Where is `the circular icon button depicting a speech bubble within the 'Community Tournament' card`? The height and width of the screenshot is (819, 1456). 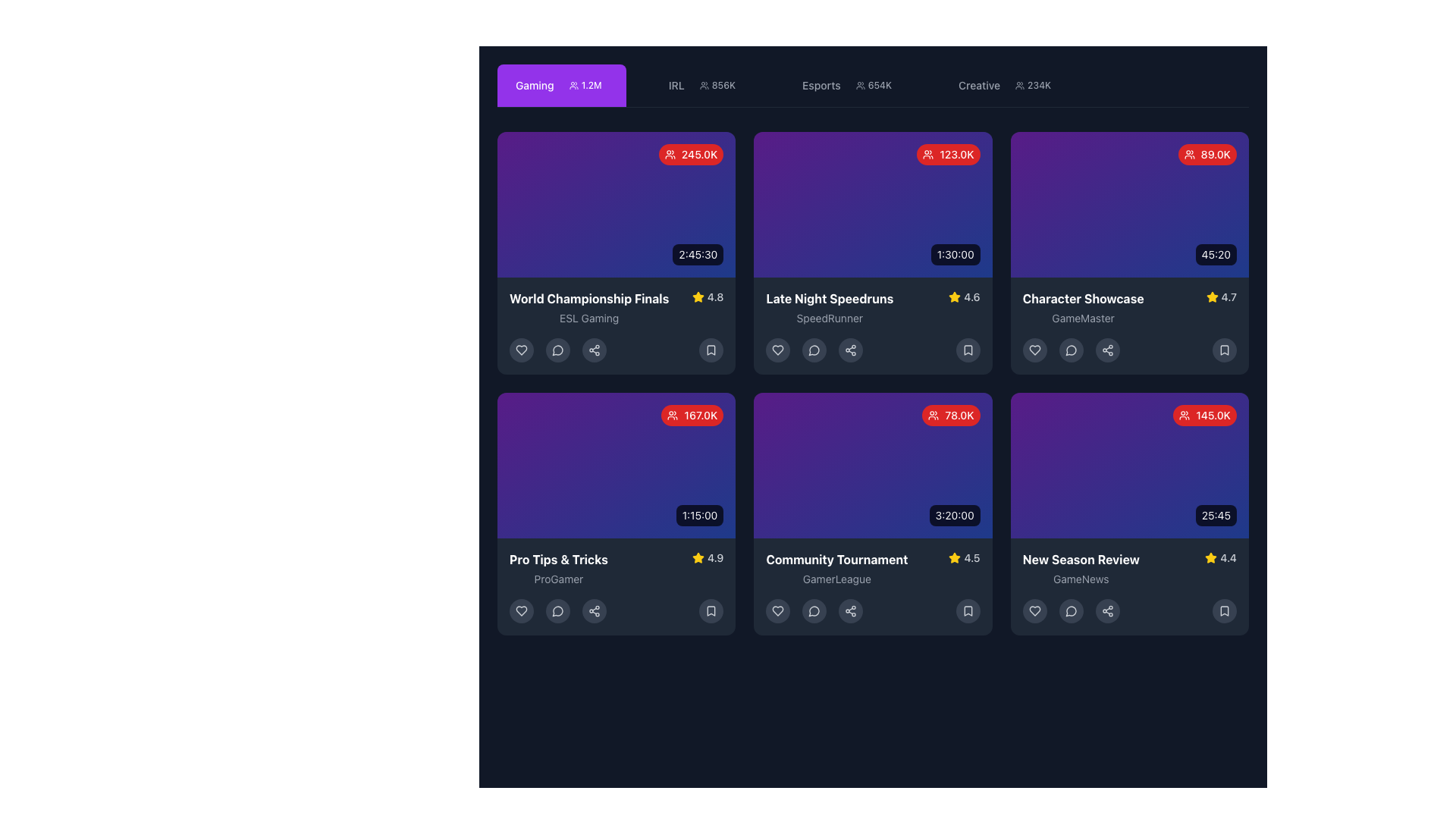
the circular icon button depicting a speech bubble within the 'Community Tournament' card is located at coordinates (814, 610).